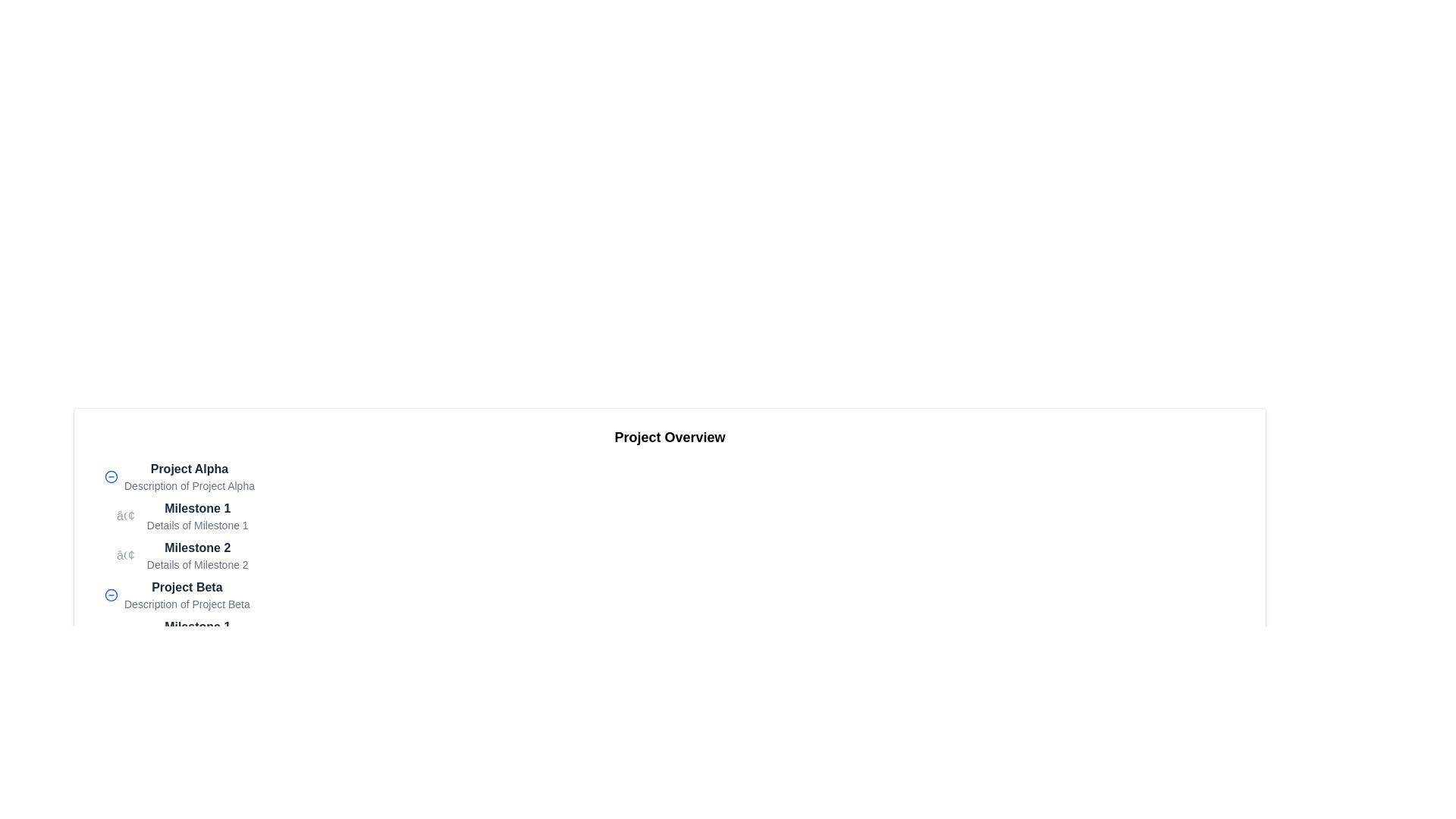 Image resolution: width=1456 pixels, height=819 pixels. What do you see at coordinates (669, 438) in the screenshot?
I see `title from the text label that serves as a section header for the project details panel, located at the top of the panel` at bounding box center [669, 438].